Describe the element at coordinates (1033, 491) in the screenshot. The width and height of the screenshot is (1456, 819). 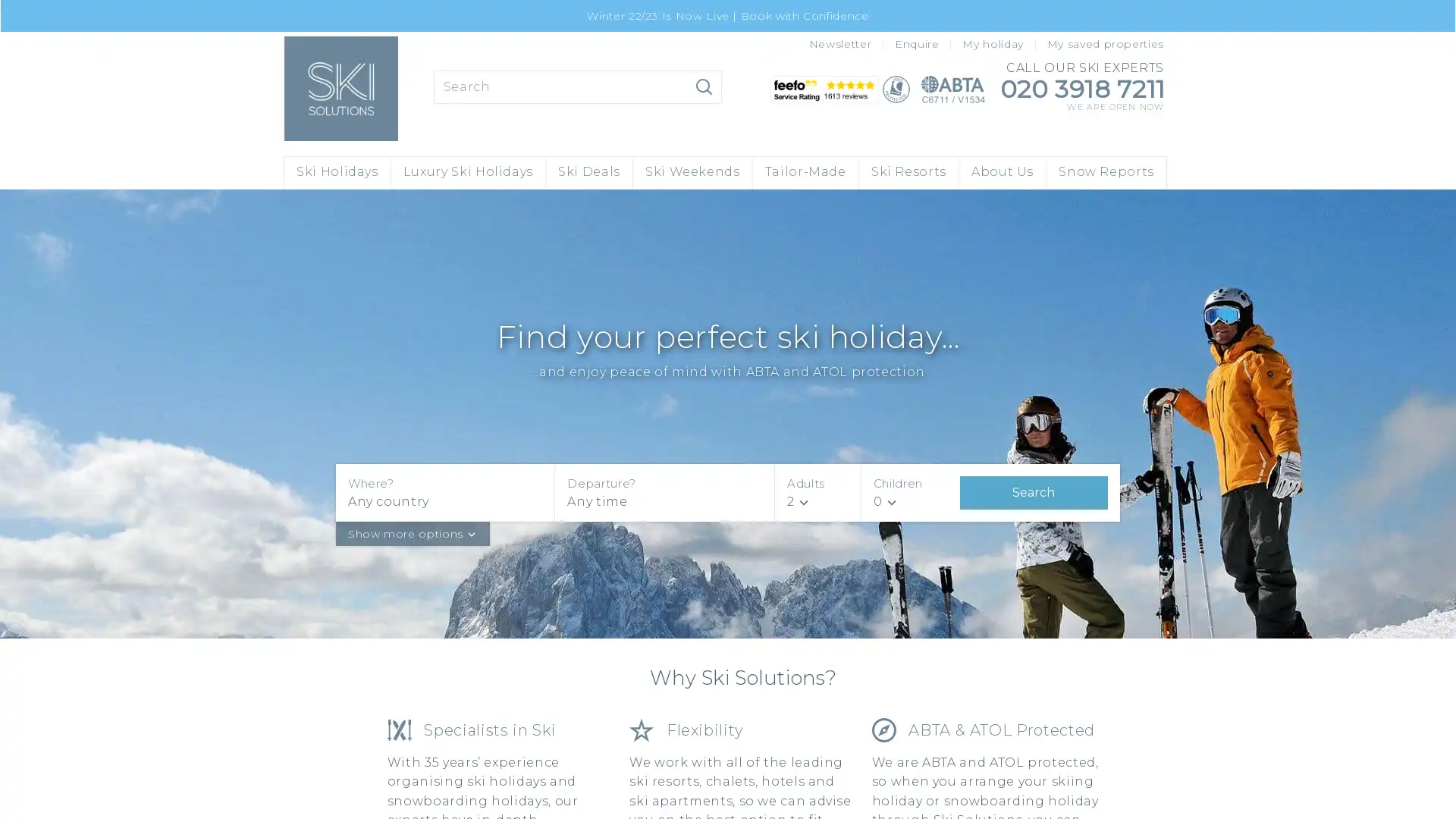
I see `Search` at that location.